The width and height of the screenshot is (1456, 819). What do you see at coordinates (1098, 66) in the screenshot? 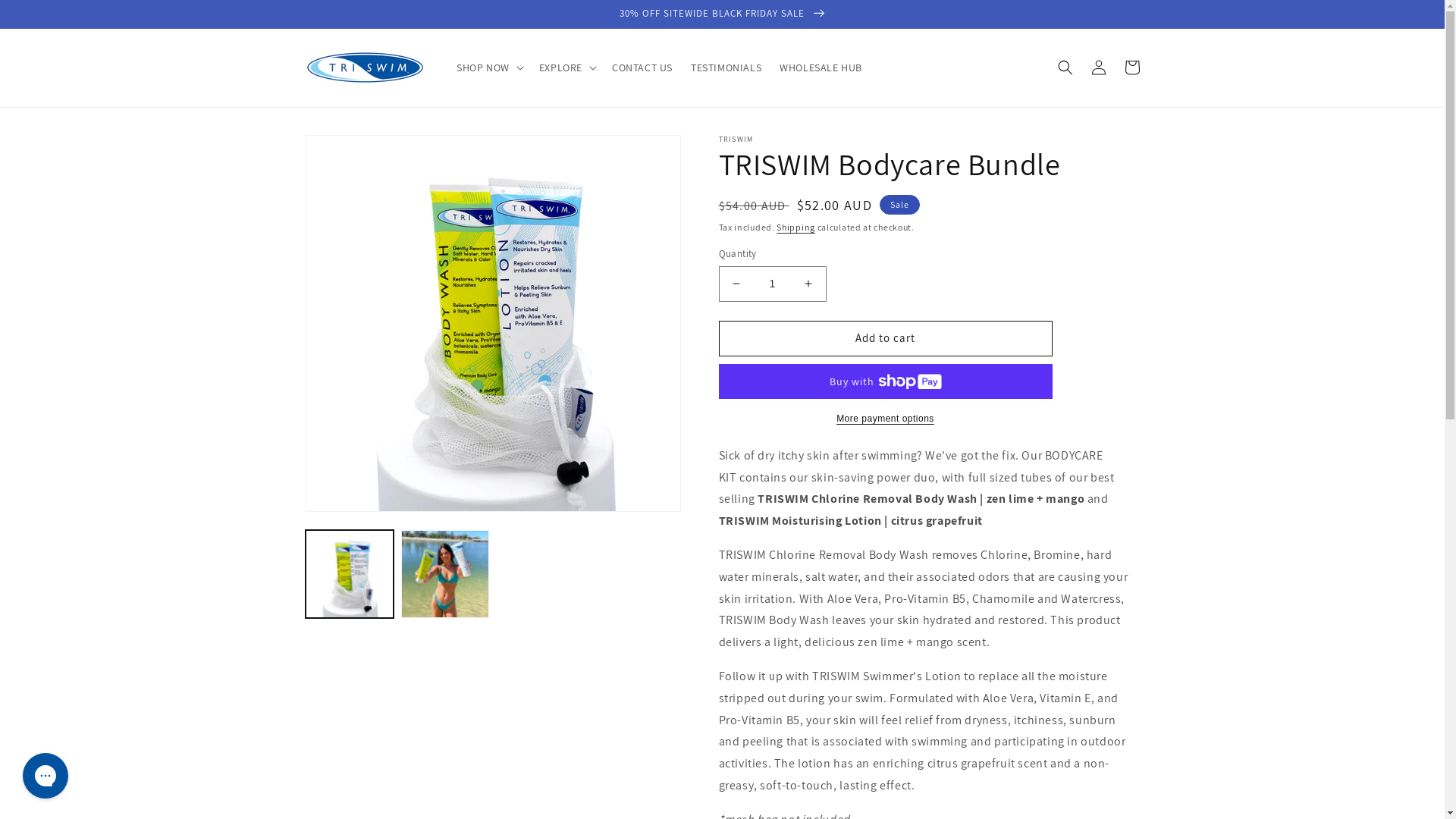
I see `'Log in'` at bounding box center [1098, 66].